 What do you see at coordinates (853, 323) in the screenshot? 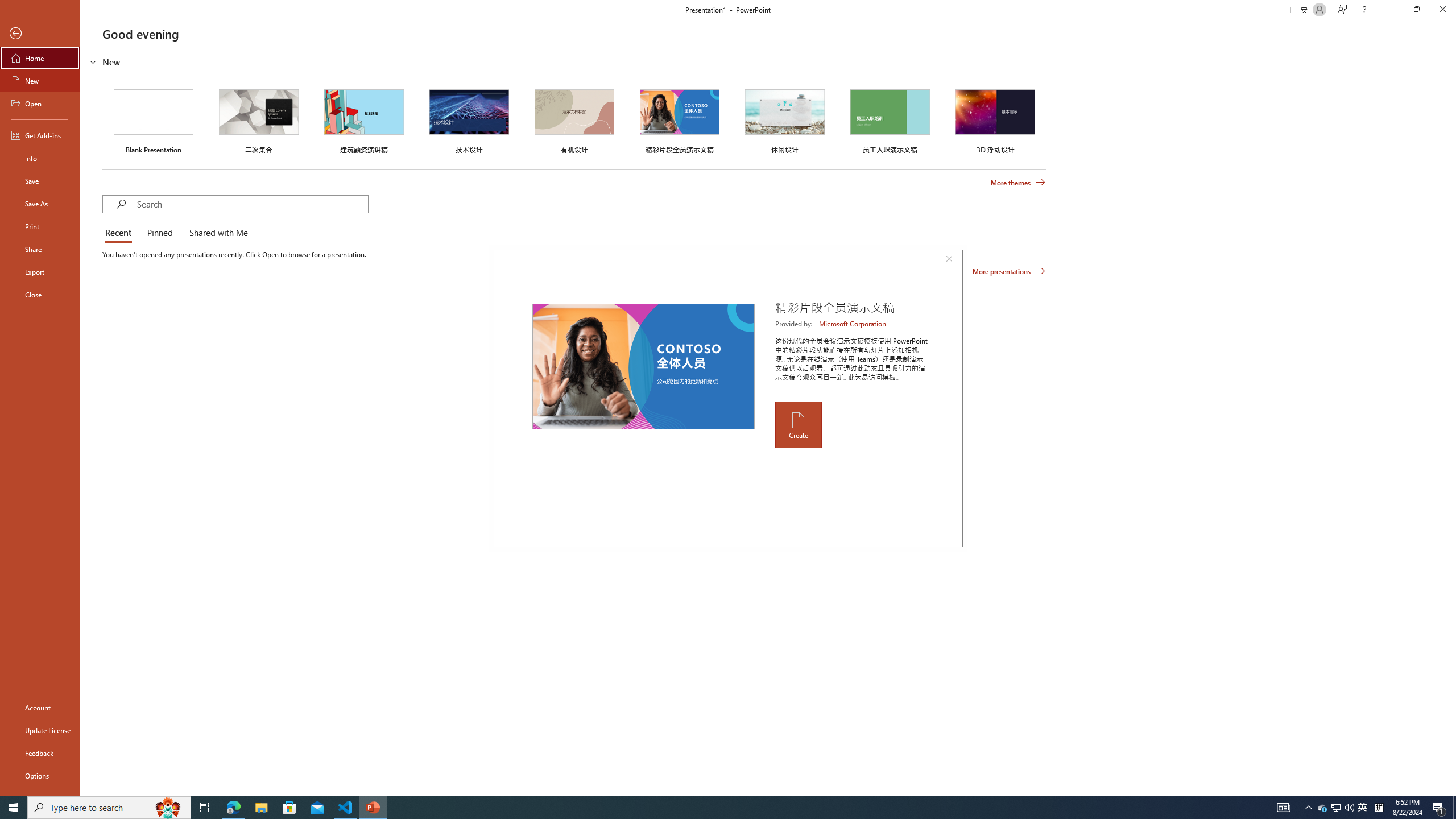
I see `'Microsoft Corporation'` at bounding box center [853, 323].